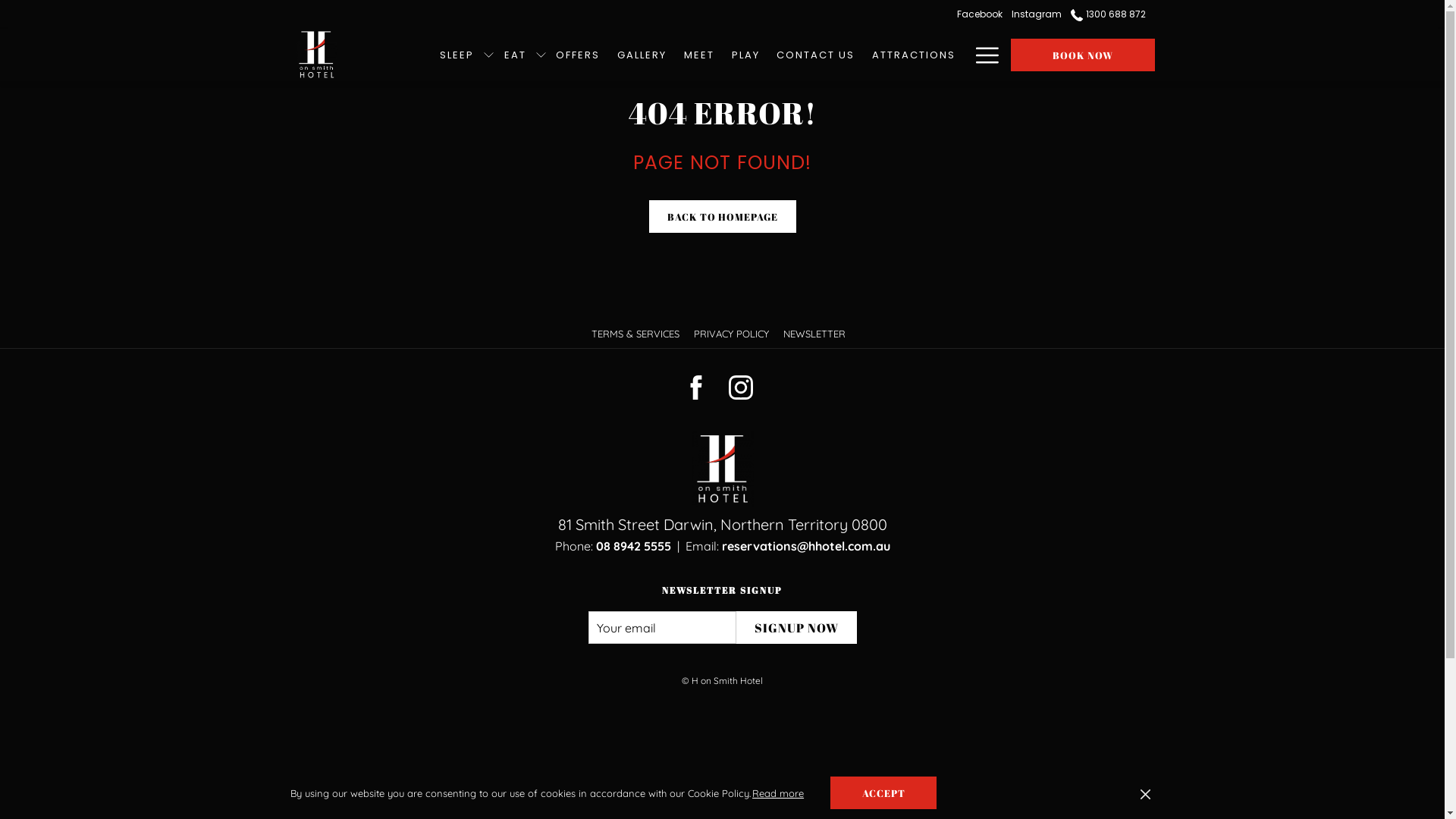 This screenshot has width=1456, height=819. Describe the element at coordinates (501, 54) in the screenshot. I see `'EAT'` at that location.